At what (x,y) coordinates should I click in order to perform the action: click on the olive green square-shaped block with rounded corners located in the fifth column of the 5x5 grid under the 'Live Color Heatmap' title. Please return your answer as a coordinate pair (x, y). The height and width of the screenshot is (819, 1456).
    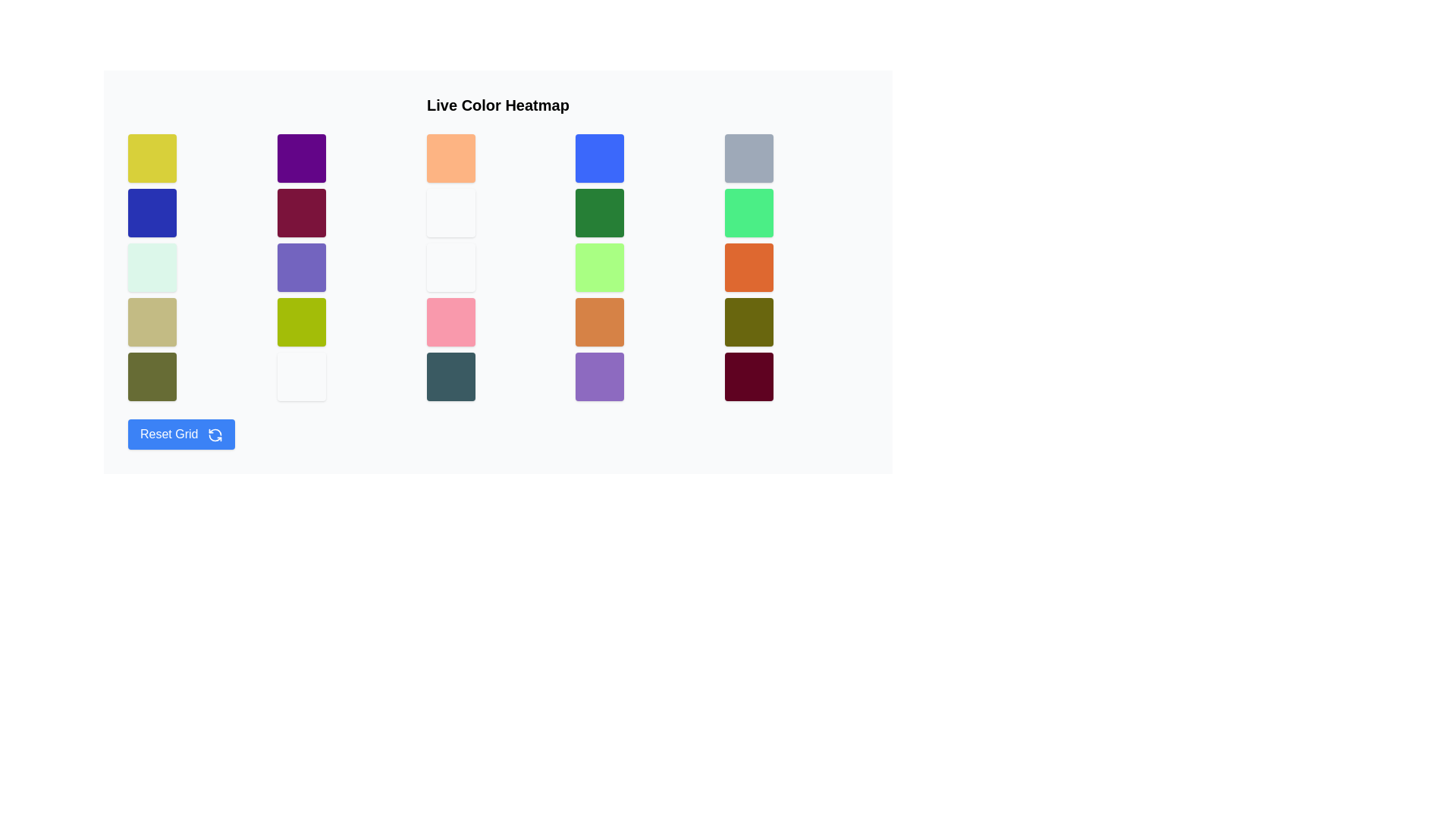
    Looking at the image, I should click on (749, 321).